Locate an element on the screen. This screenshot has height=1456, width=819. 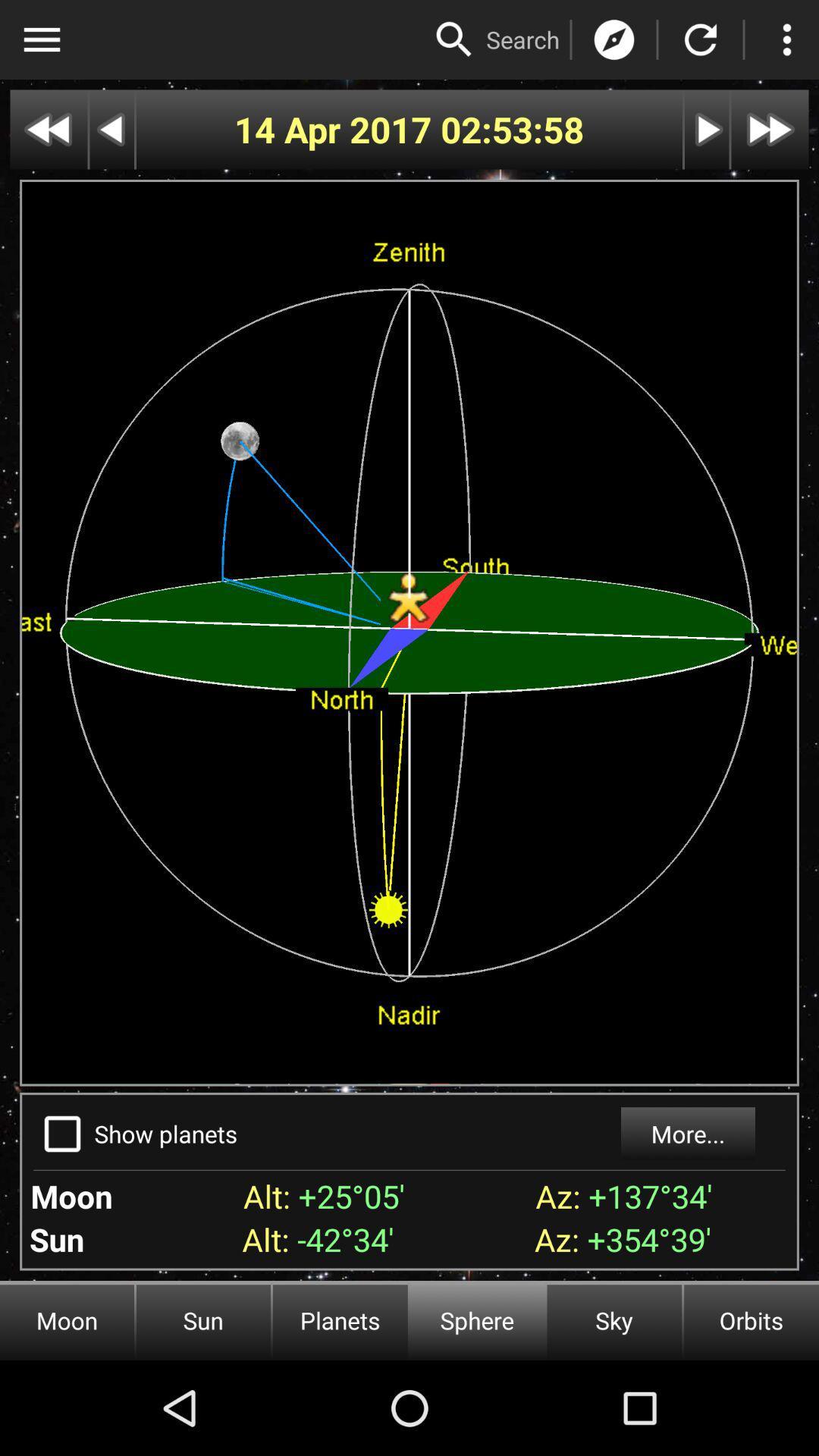
show planets is located at coordinates (61, 1134).